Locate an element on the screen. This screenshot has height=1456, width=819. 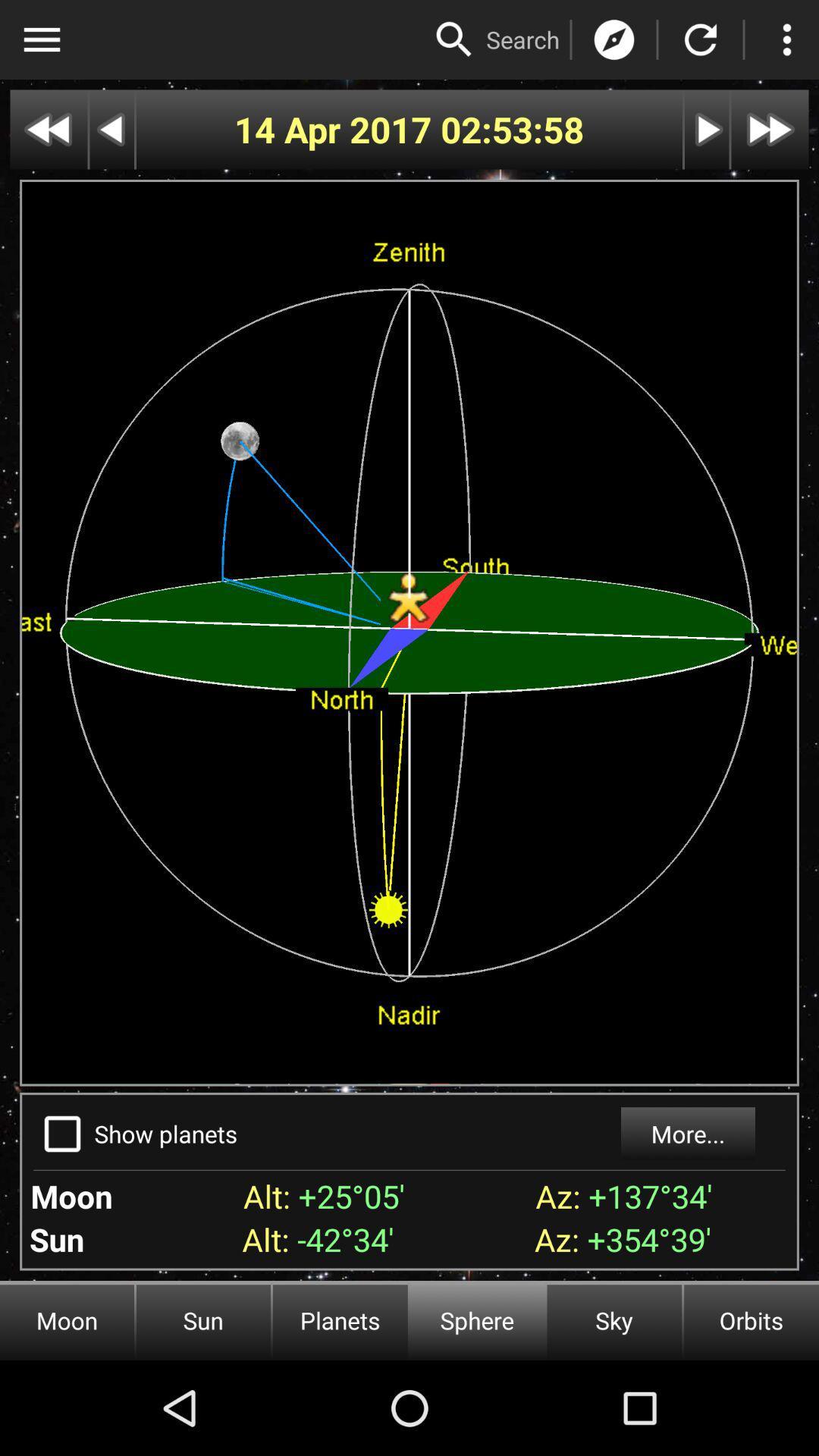
show planets is located at coordinates (61, 1134).